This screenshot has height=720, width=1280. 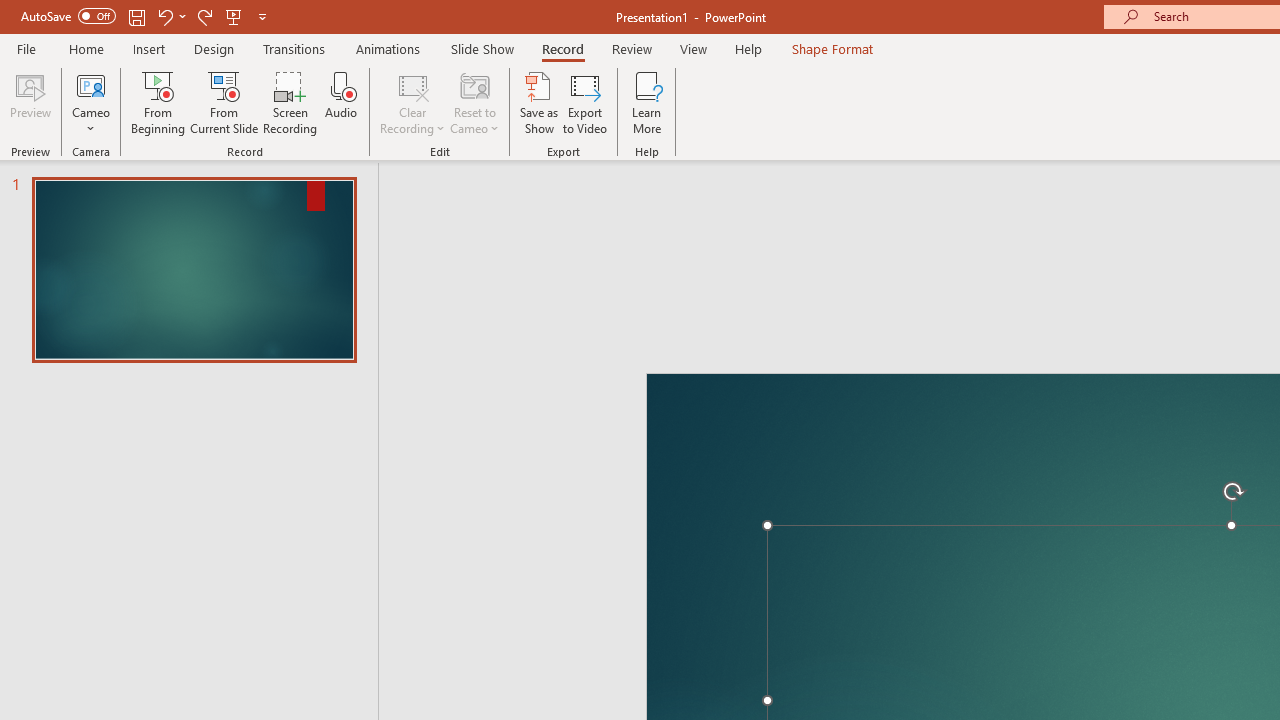 What do you see at coordinates (539, 103) in the screenshot?
I see `'Save as Show'` at bounding box center [539, 103].